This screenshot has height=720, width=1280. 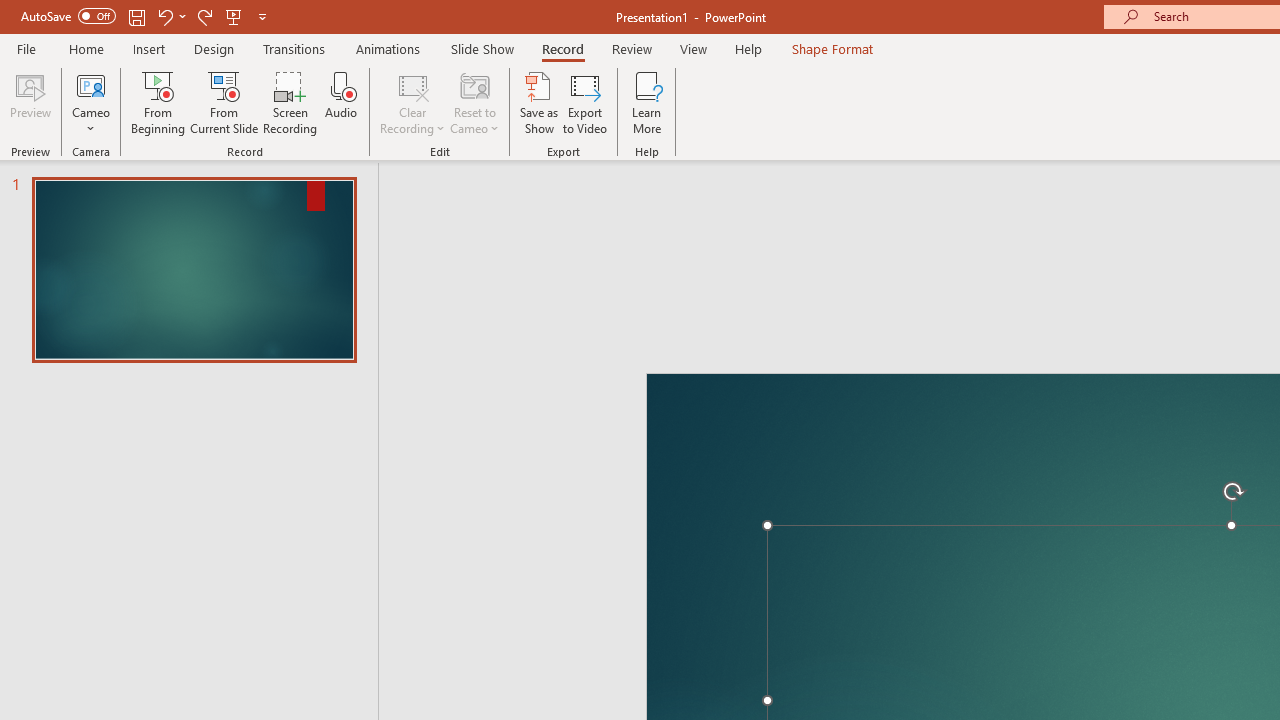 What do you see at coordinates (539, 103) in the screenshot?
I see `'Save as Show'` at bounding box center [539, 103].